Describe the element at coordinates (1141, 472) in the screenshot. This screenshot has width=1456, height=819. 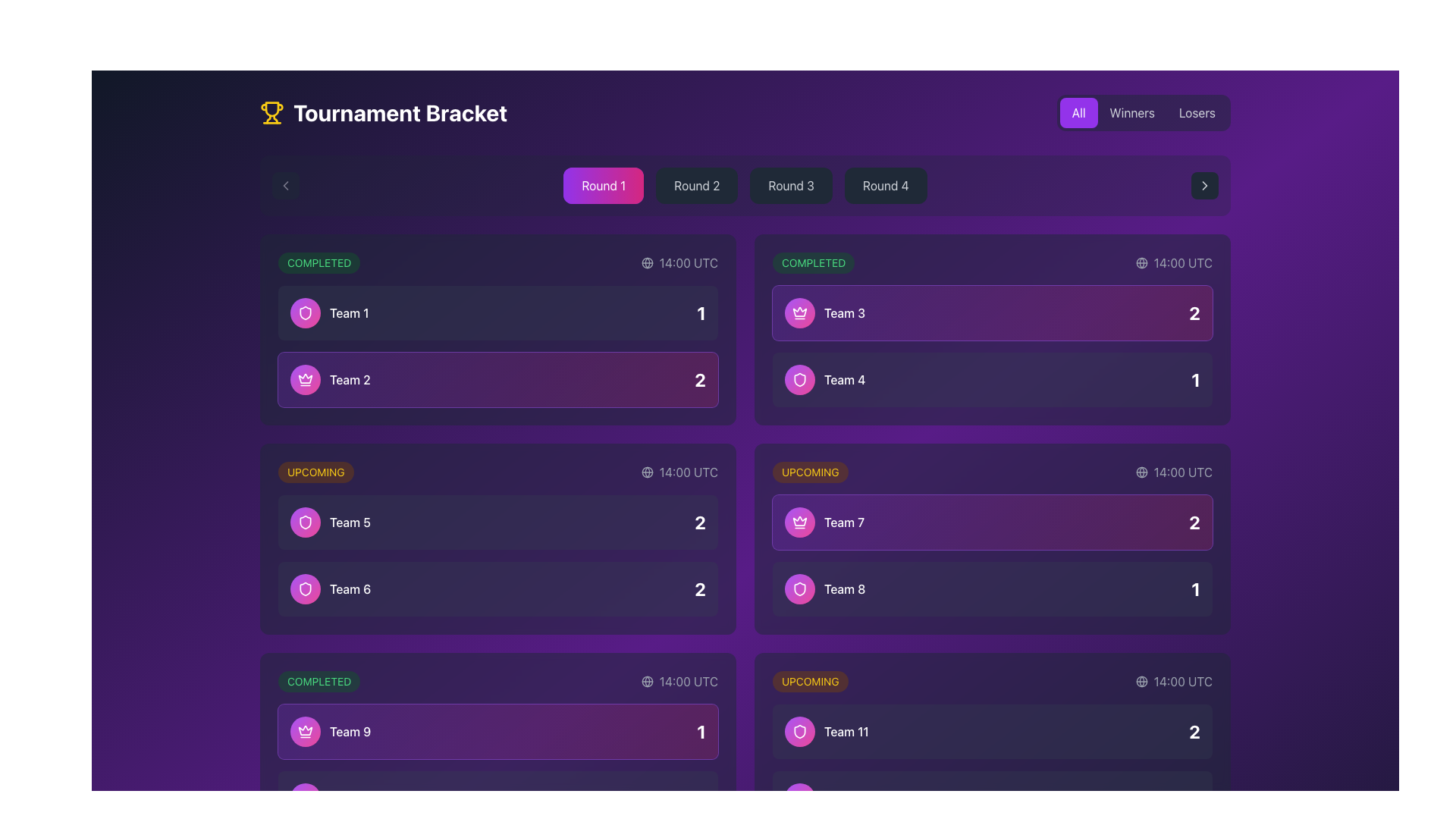
I see `the globe icon that visually pairs with the time labels in the match schedule cards, located in the cell headers` at that location.